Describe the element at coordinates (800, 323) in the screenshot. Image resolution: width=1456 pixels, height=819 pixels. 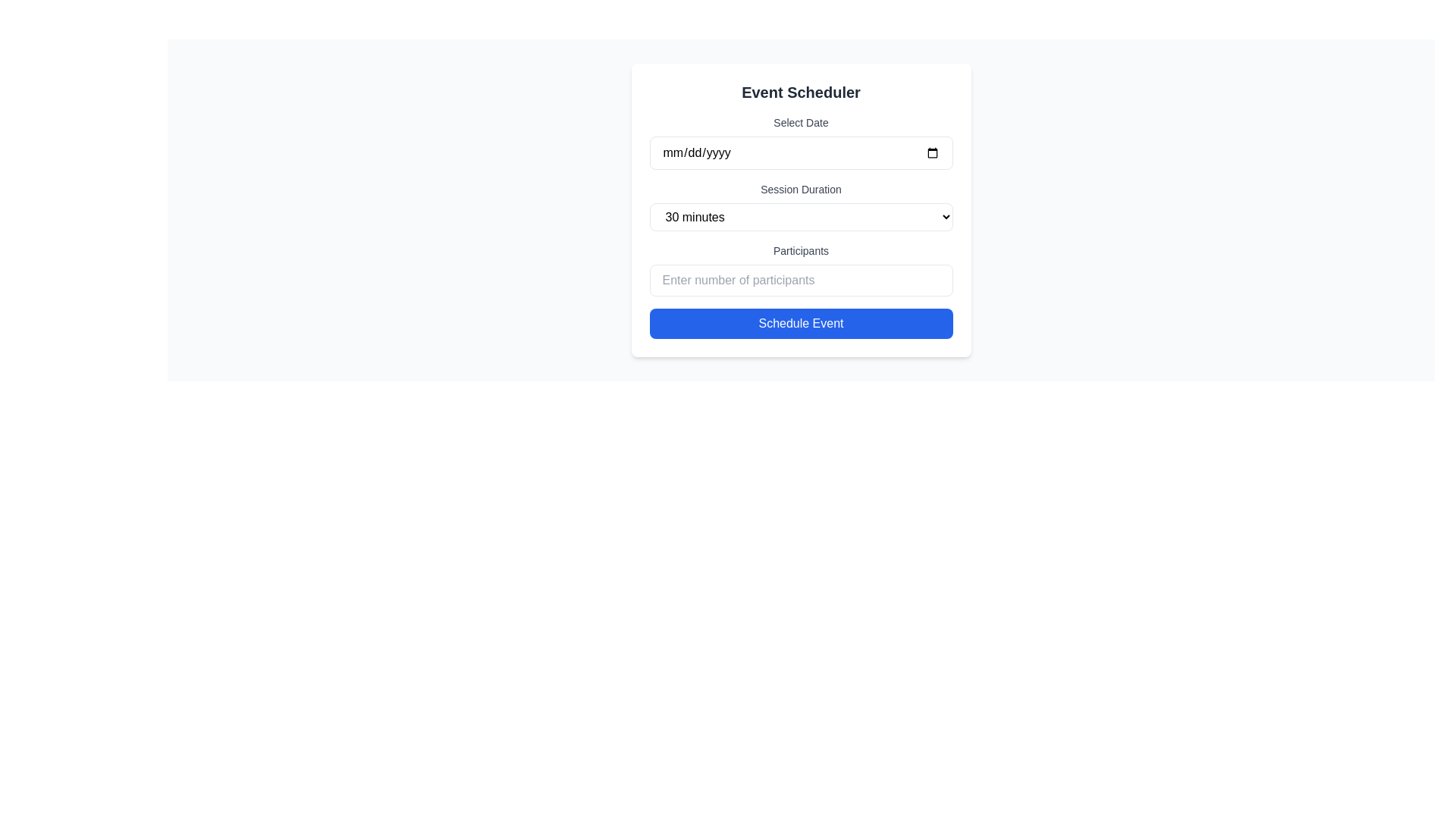
I see `the button with a blue background and white bold text reading 'Schedule Event', located at the bottom of the form` at that location.